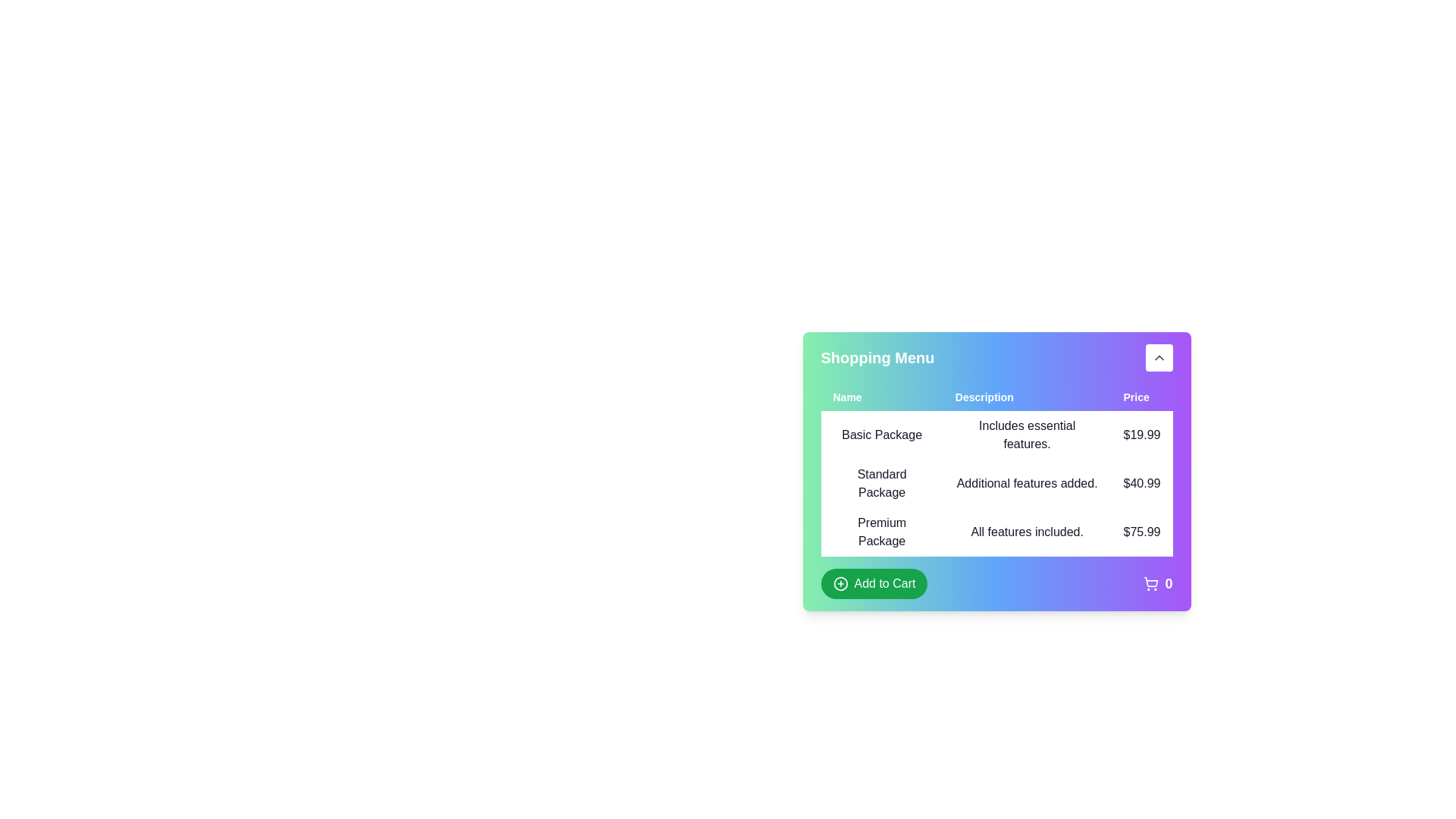 Image resolution: width=1456 pixels, height=819 pixels. What do you see at coordinates (1168, 583) in the screenshot?
I see `the text element indicating the count of items in the shopping menu, located at the bottom right corner of the shopping interface` at bounding box center [1168, 583].